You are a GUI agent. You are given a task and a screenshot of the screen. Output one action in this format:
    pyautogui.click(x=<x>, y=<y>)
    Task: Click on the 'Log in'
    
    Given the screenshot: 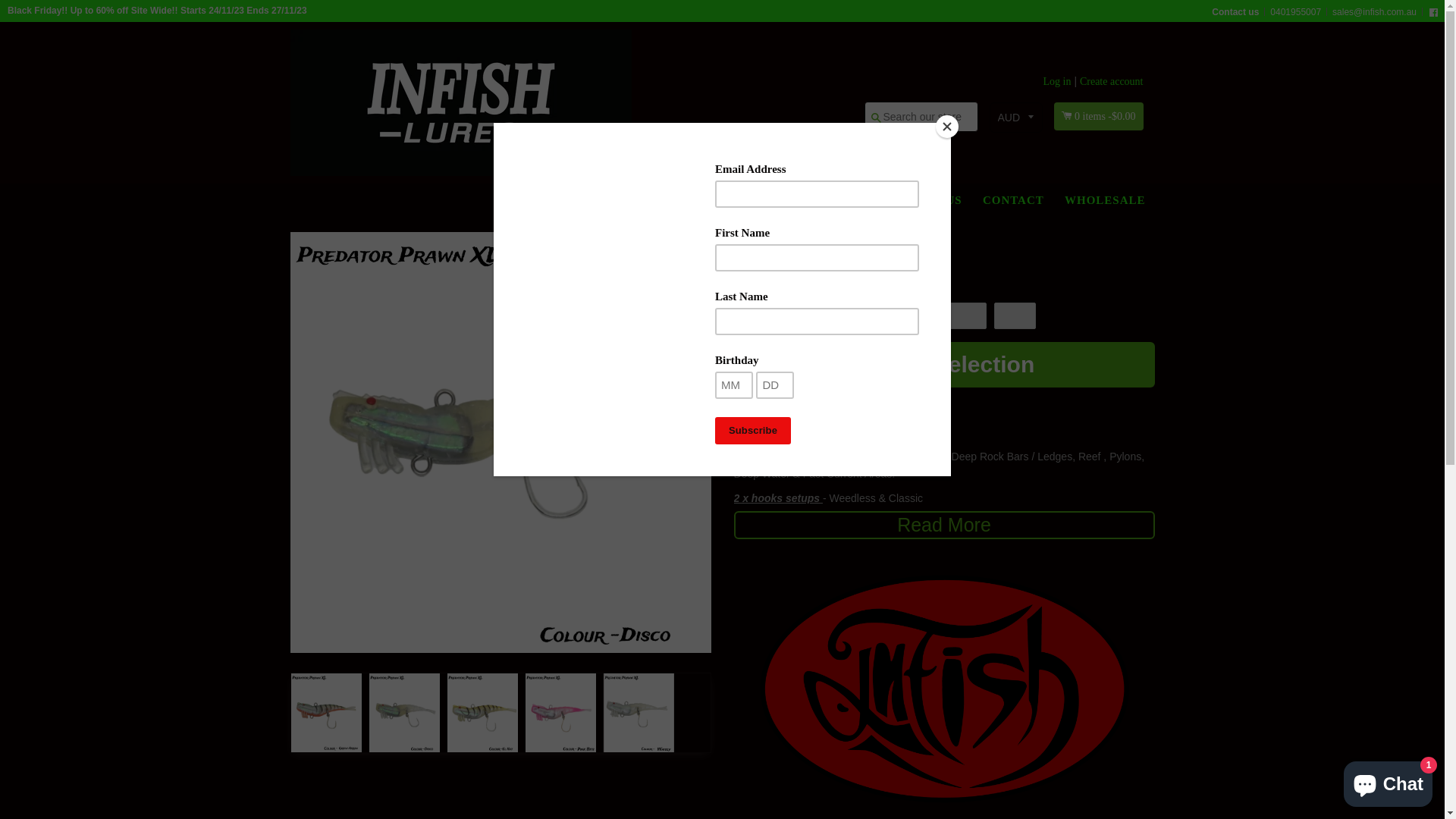 What is the action you would take?
    pyautogui.click(x=1056, y=81)
    